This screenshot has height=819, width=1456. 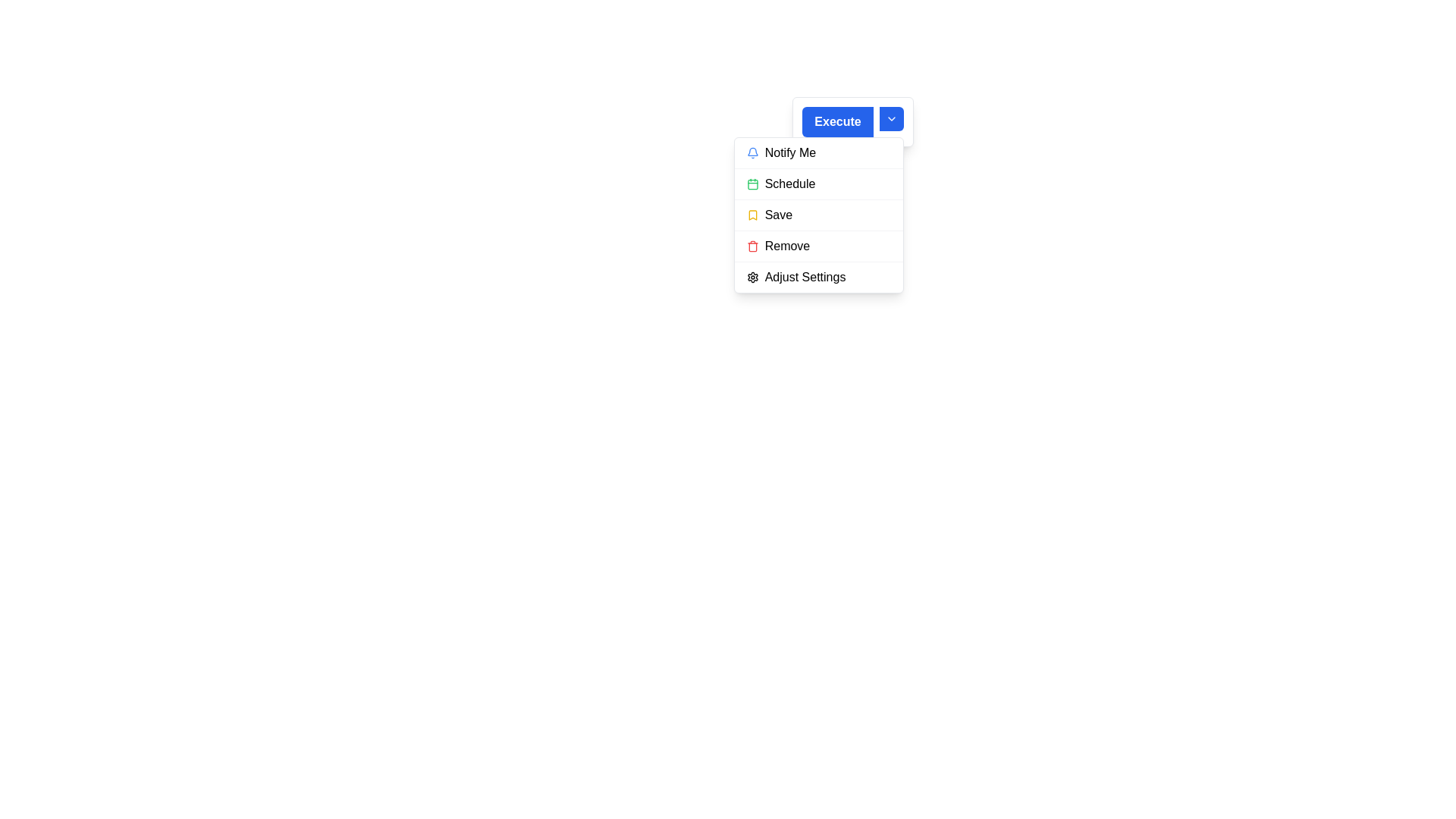 What do you see at coordinates (752, 278) in the screenshot?
I see `the settings icon located to the left of the 'Adjust Settings' menu item in the dropdown interface` at bounding box center [752, 278].